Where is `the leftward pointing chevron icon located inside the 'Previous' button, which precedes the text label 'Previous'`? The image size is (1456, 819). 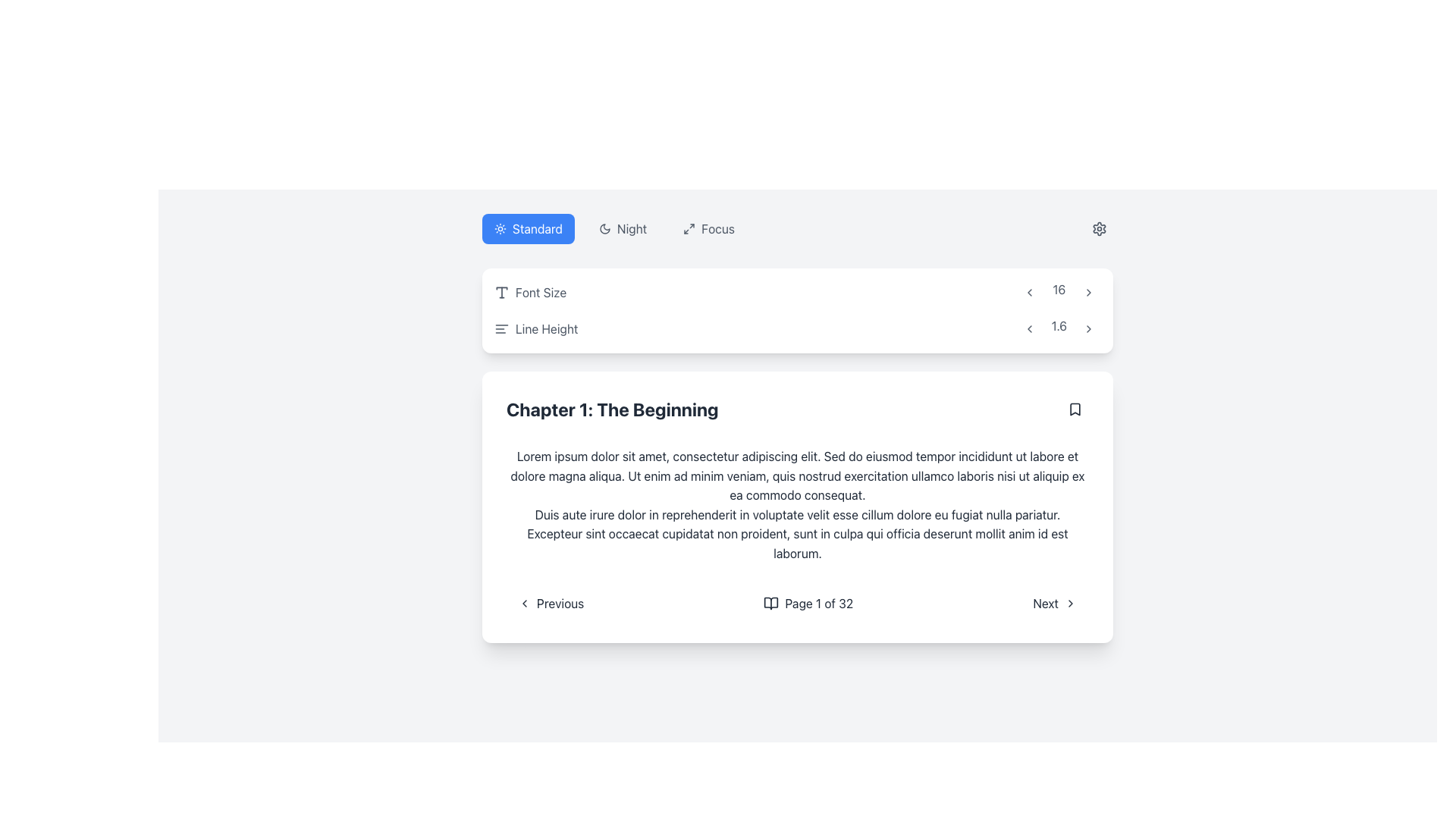
the leftward pointing chevron icon located inside the 'Previous' button, which precedes the text label 'Previous' is located at coordinates (524, 601).